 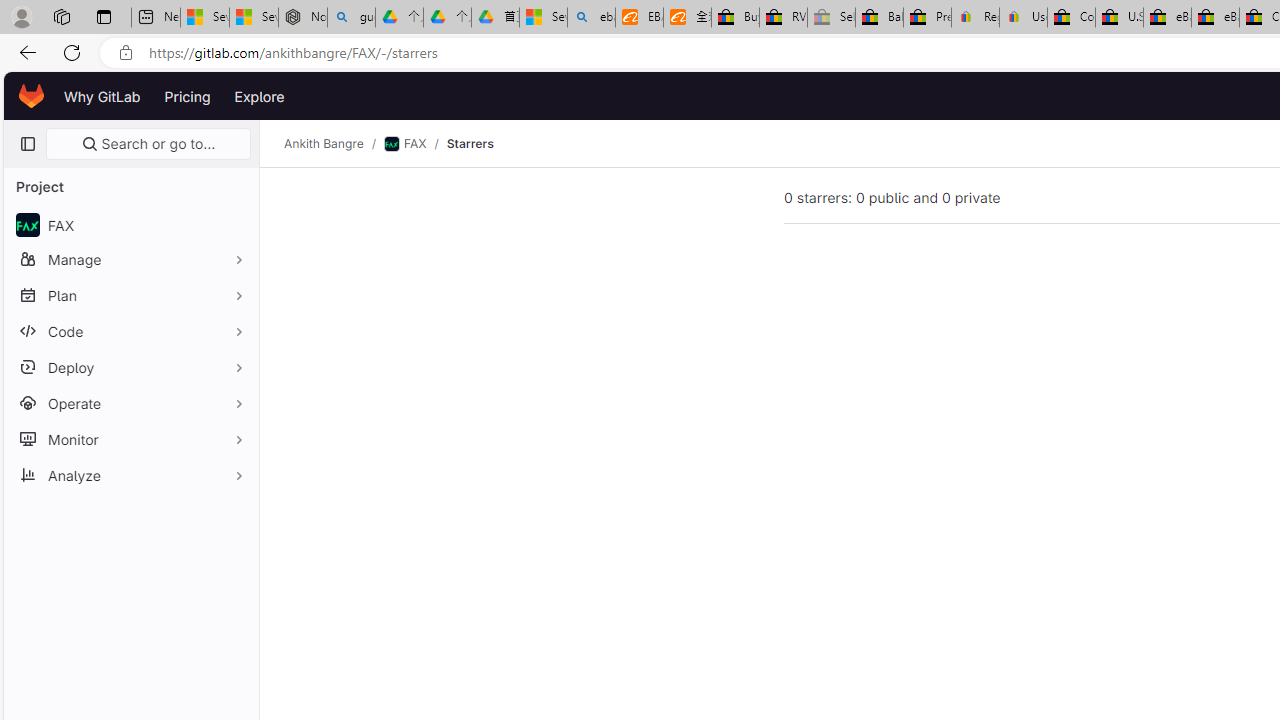 I want to click on 'Refresh', so click(x=72, y=51).